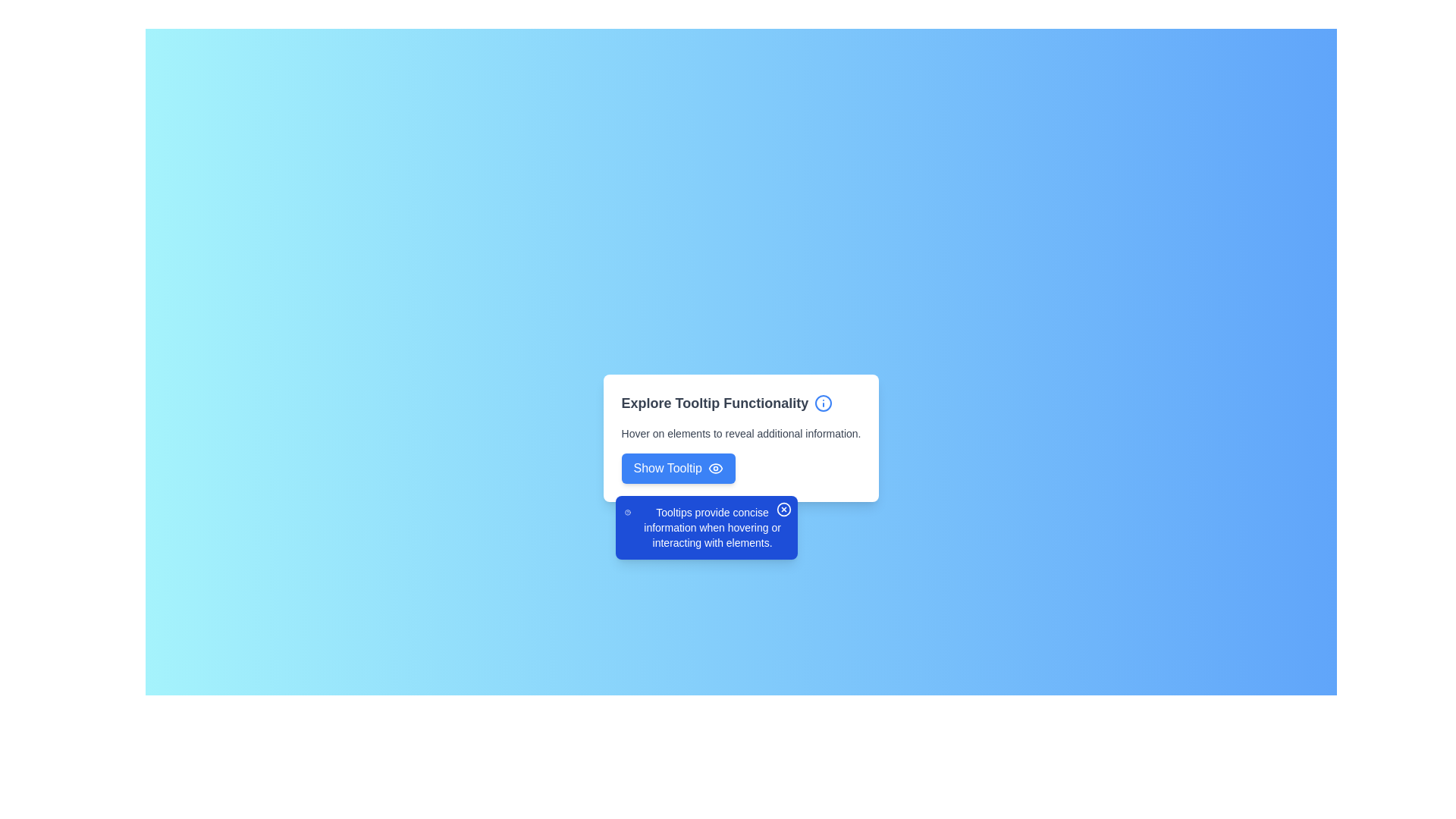 The height and width of the screenshot is (819, 1456). What do you see at coordinates (705, 526) in the screenshot?
I see `the Tooltip box that provides a concise description explaining the purpose of tooltips on the interface` at bounding box center [705, 526].